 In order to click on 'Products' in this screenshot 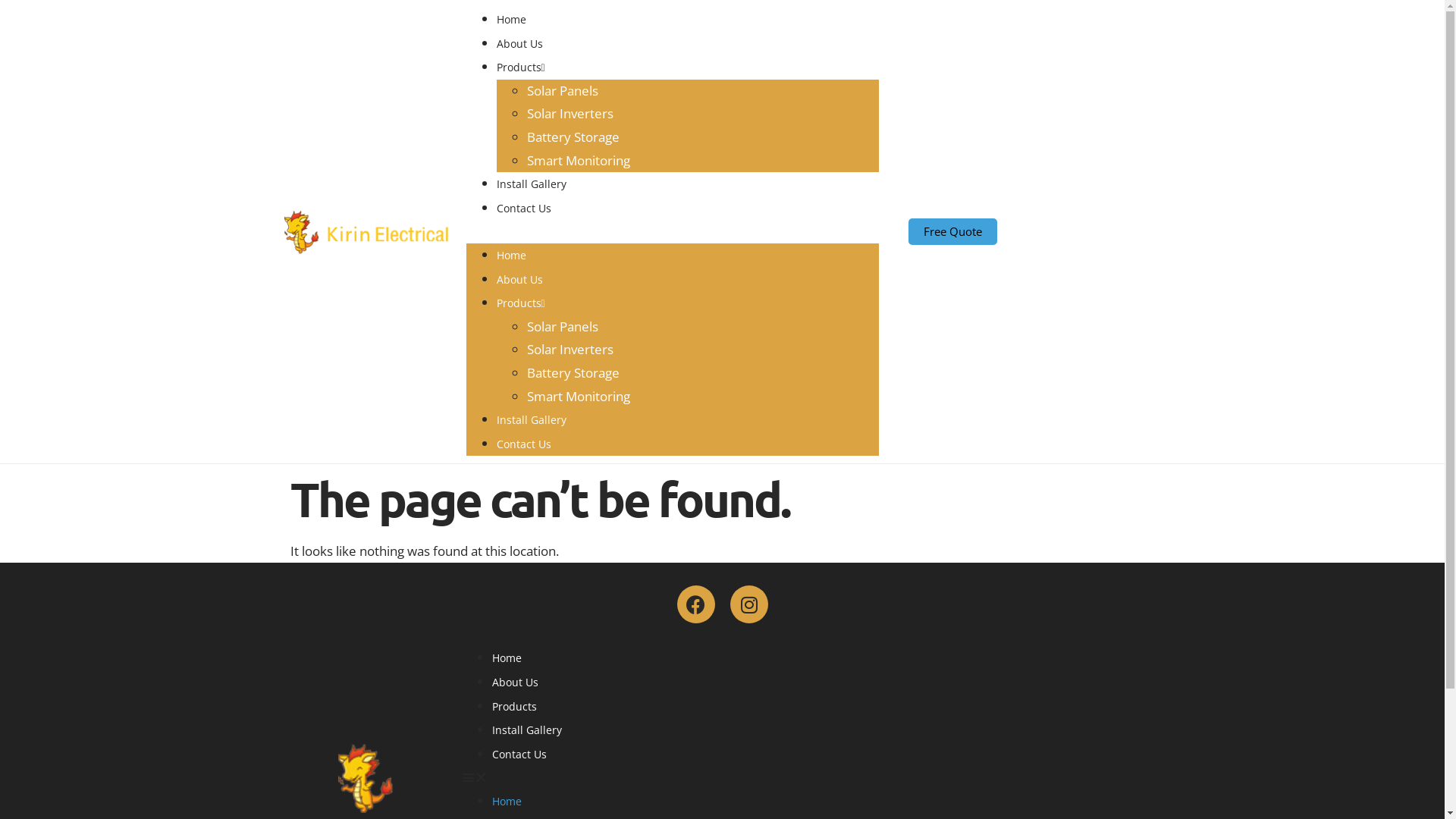, I will do `click(520, 66)`.